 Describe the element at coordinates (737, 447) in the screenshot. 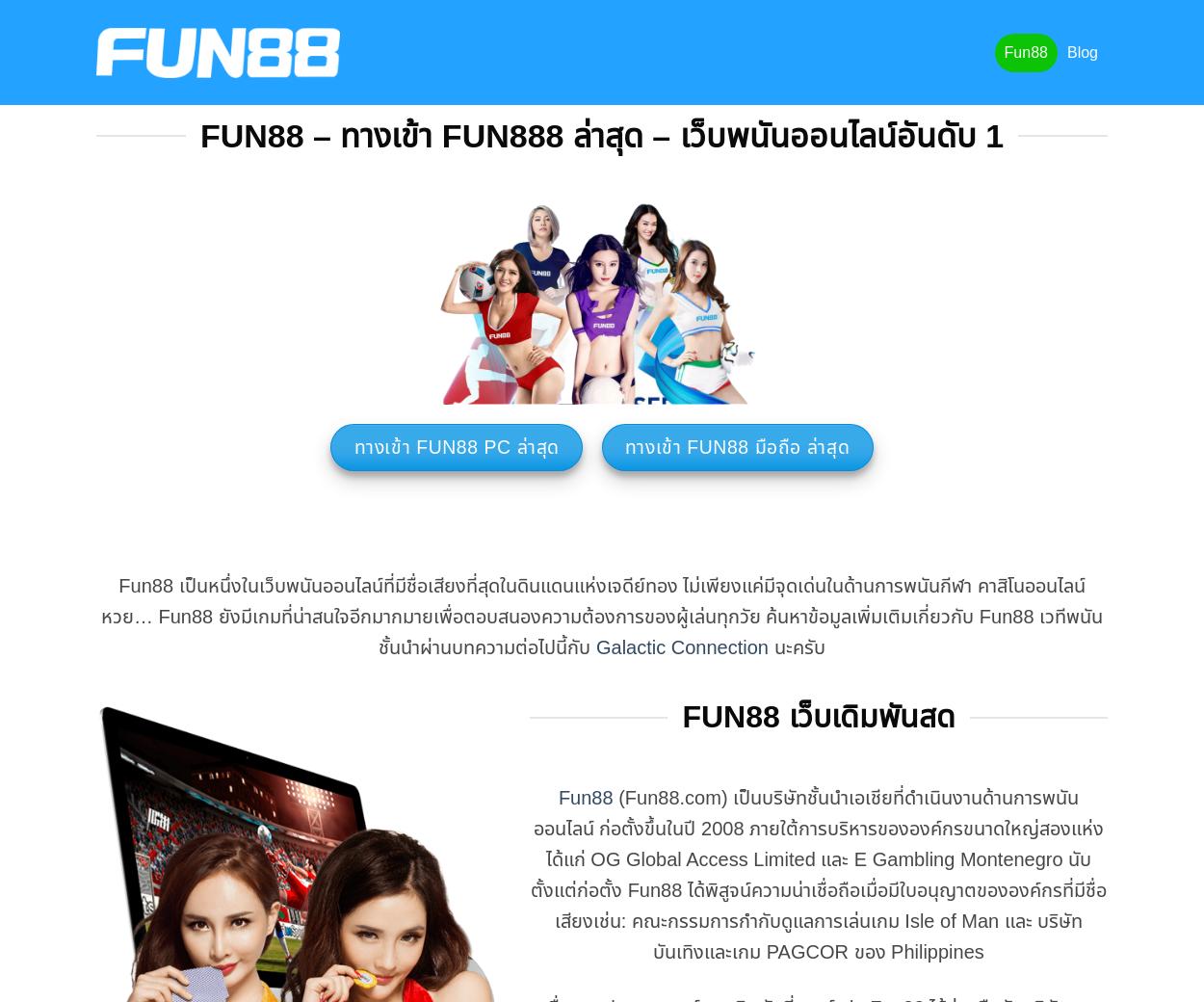

I see `'ทางเข้า Fun88 มือถือ ล่าสุด'` at that location.